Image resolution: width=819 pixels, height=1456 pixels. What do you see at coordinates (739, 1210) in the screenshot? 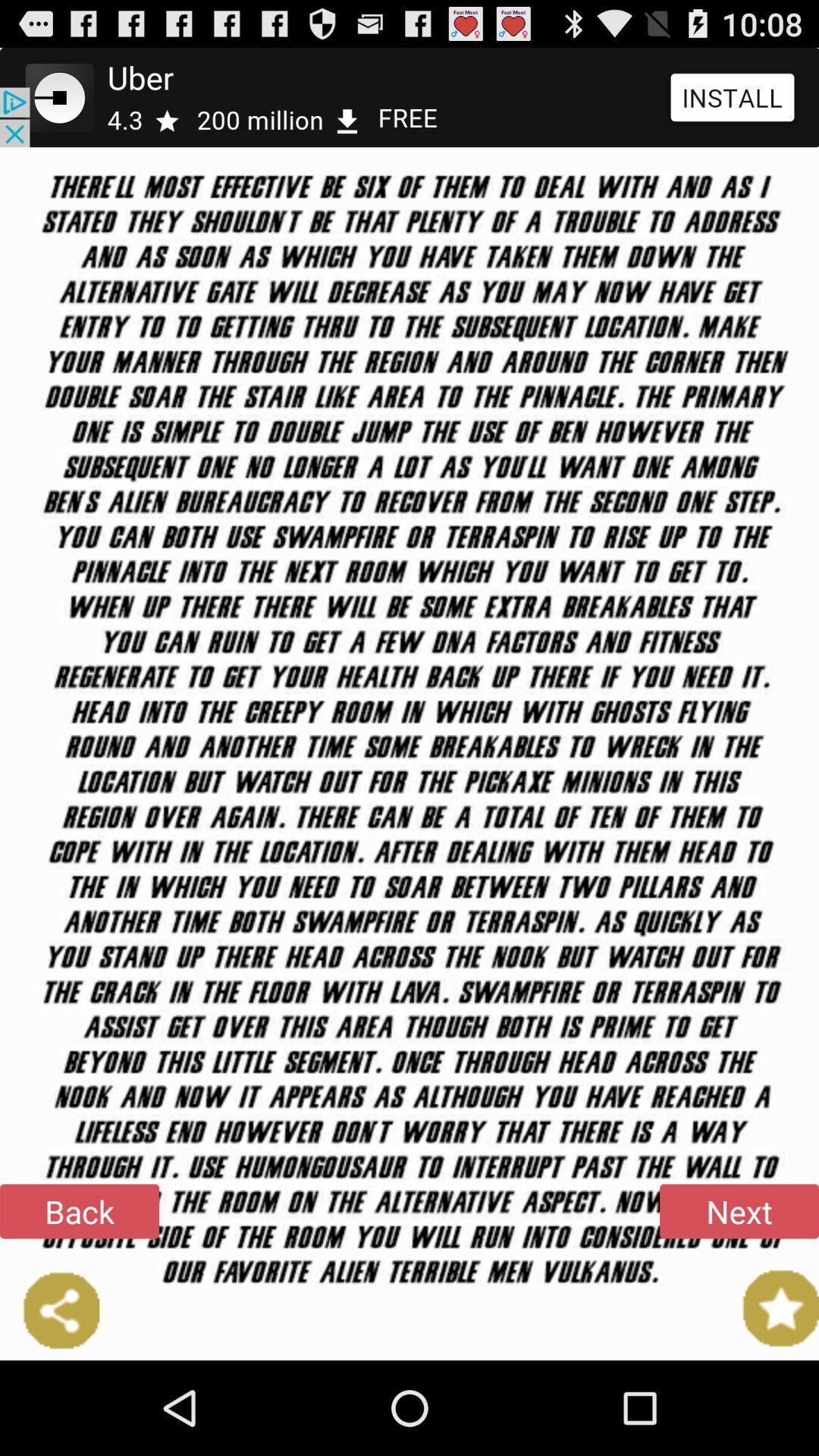
I see `the next item` at bounding box center [739, 1210].